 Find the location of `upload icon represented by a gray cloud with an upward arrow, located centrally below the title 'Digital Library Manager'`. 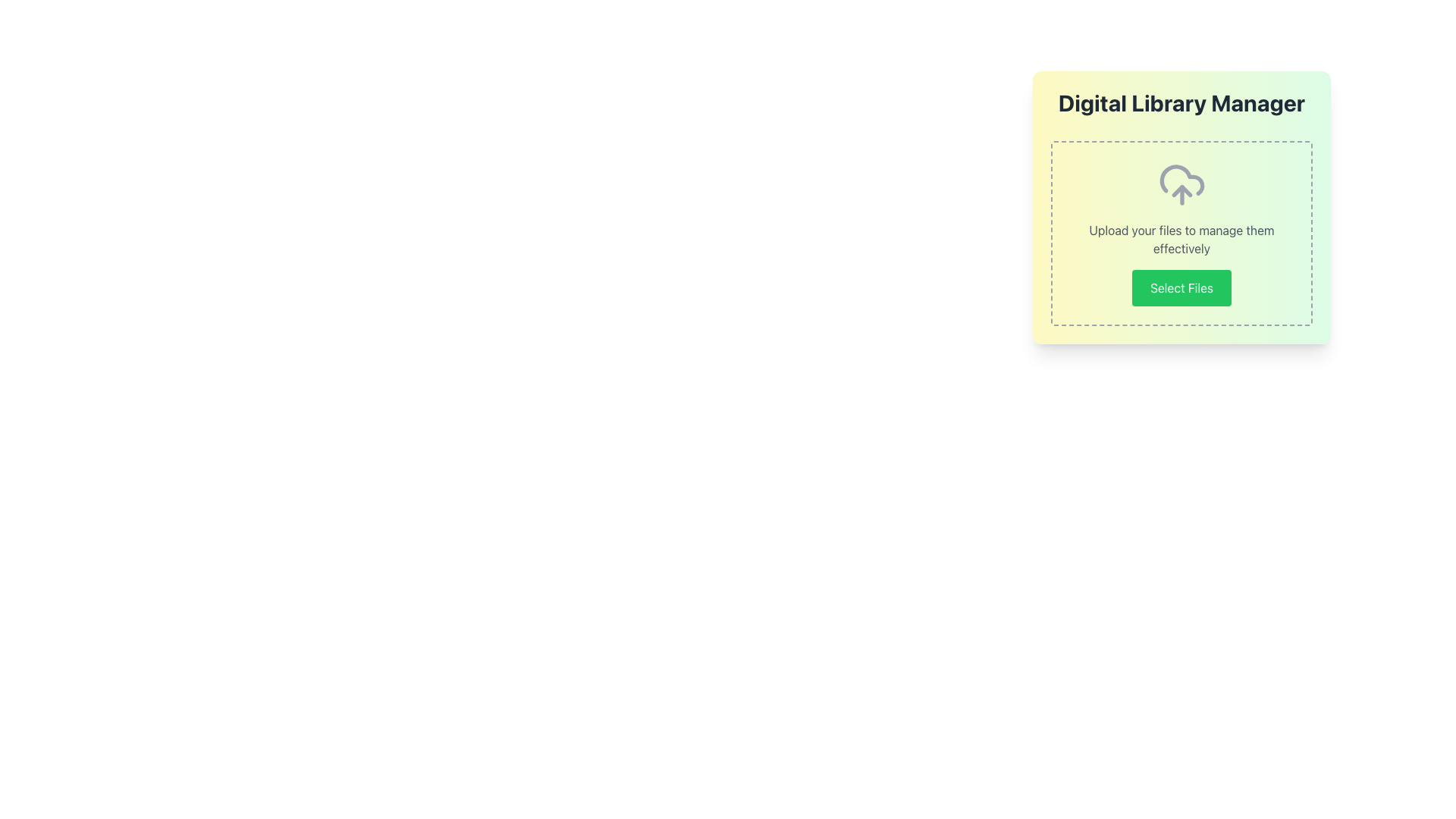

upload icon represented by a gray cloud with an upward arrow, located centrally below the title 'Digital Library Manager' is located at coordinates (1181, 184).